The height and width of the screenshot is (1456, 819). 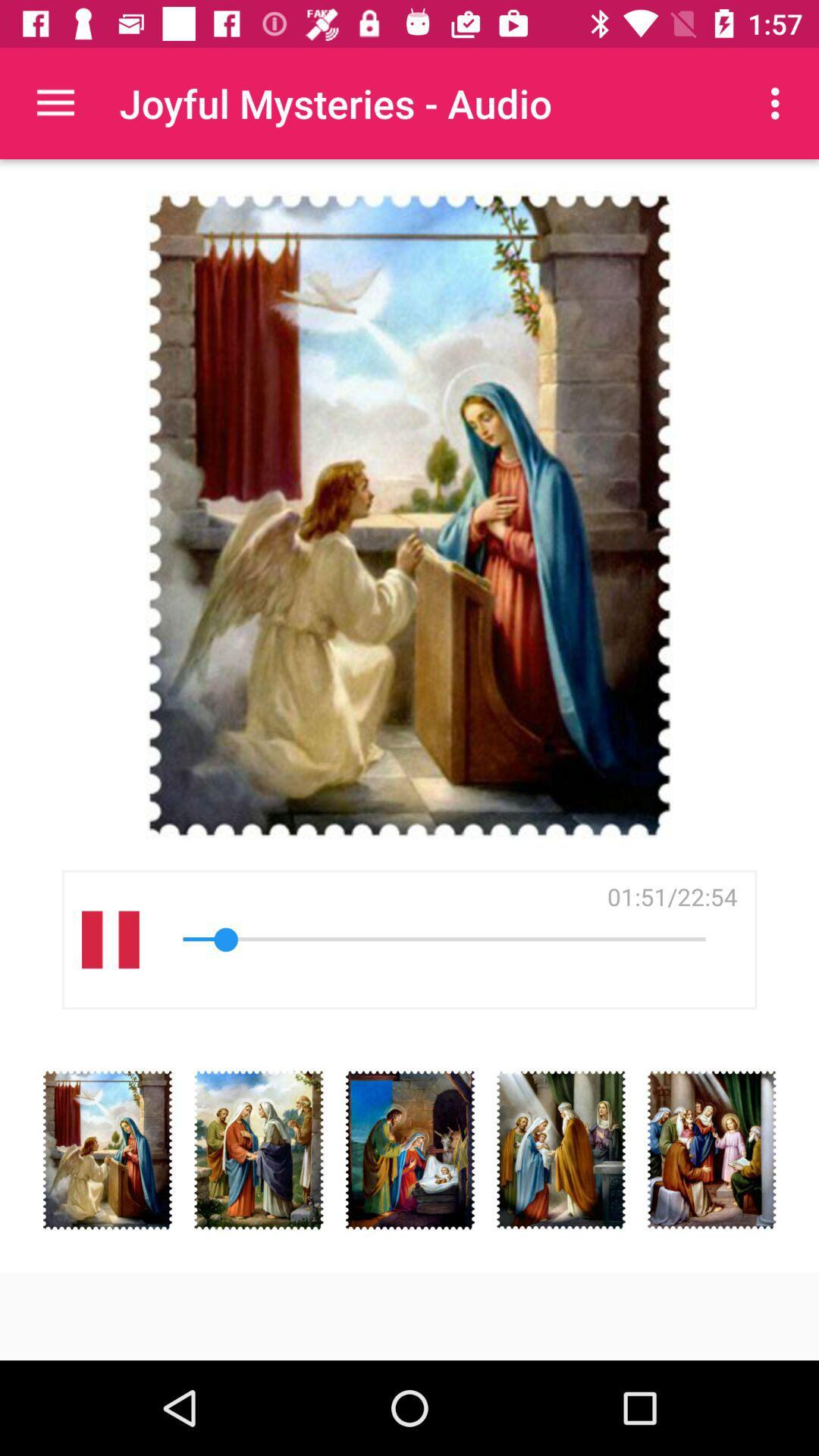 What do you see at coordinates (55, 102) in the screenshot?
I see `the app next to the joyful mysteries - audio icon` at bounding box center [55, 102].